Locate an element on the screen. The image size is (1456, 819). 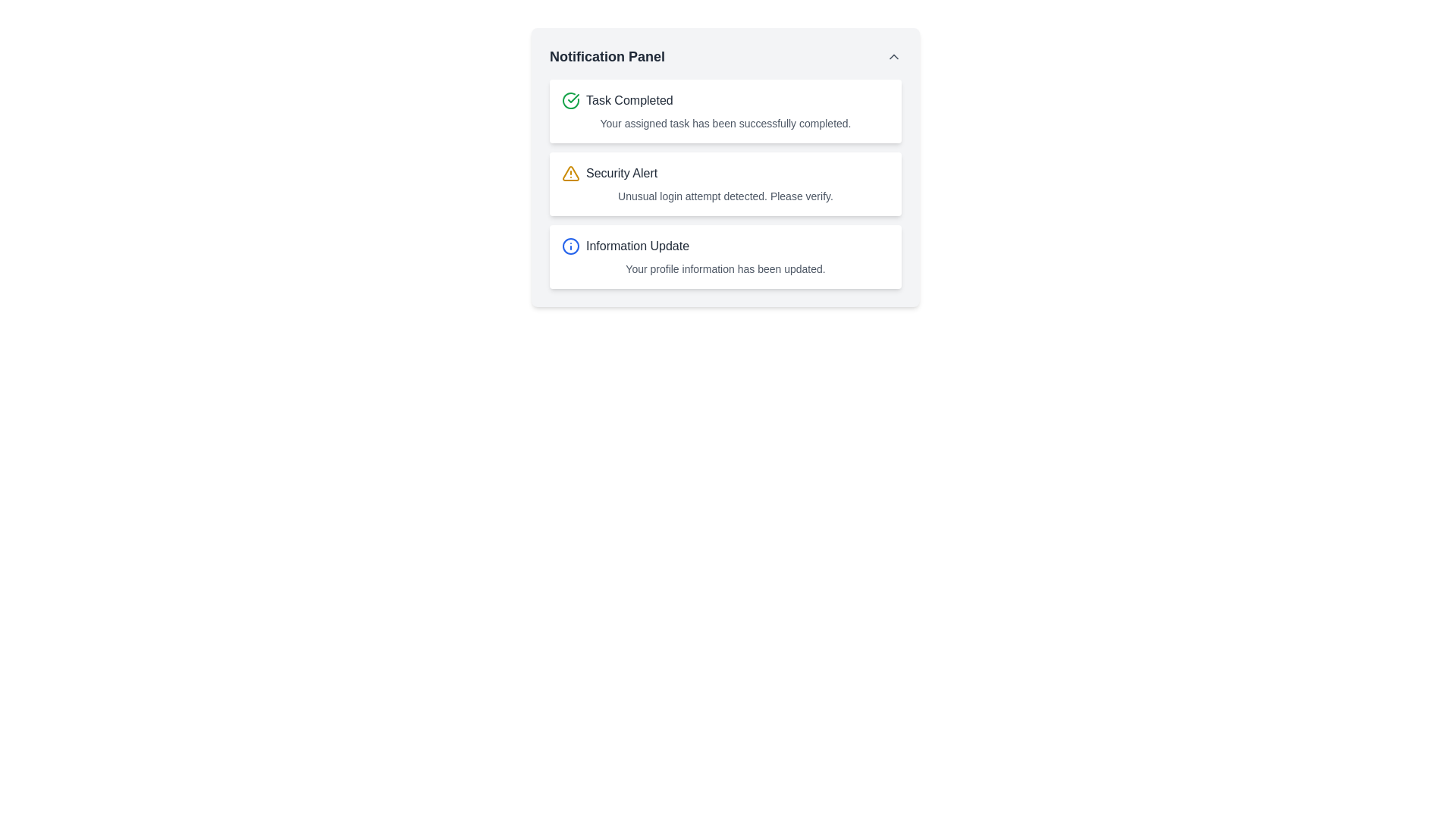
information displayed in the text block containing the message 'Your assigned task has been successfully completed.' which is located directly below the heading 'Task Completed' in the notification card is located at coordinates (724, 122).